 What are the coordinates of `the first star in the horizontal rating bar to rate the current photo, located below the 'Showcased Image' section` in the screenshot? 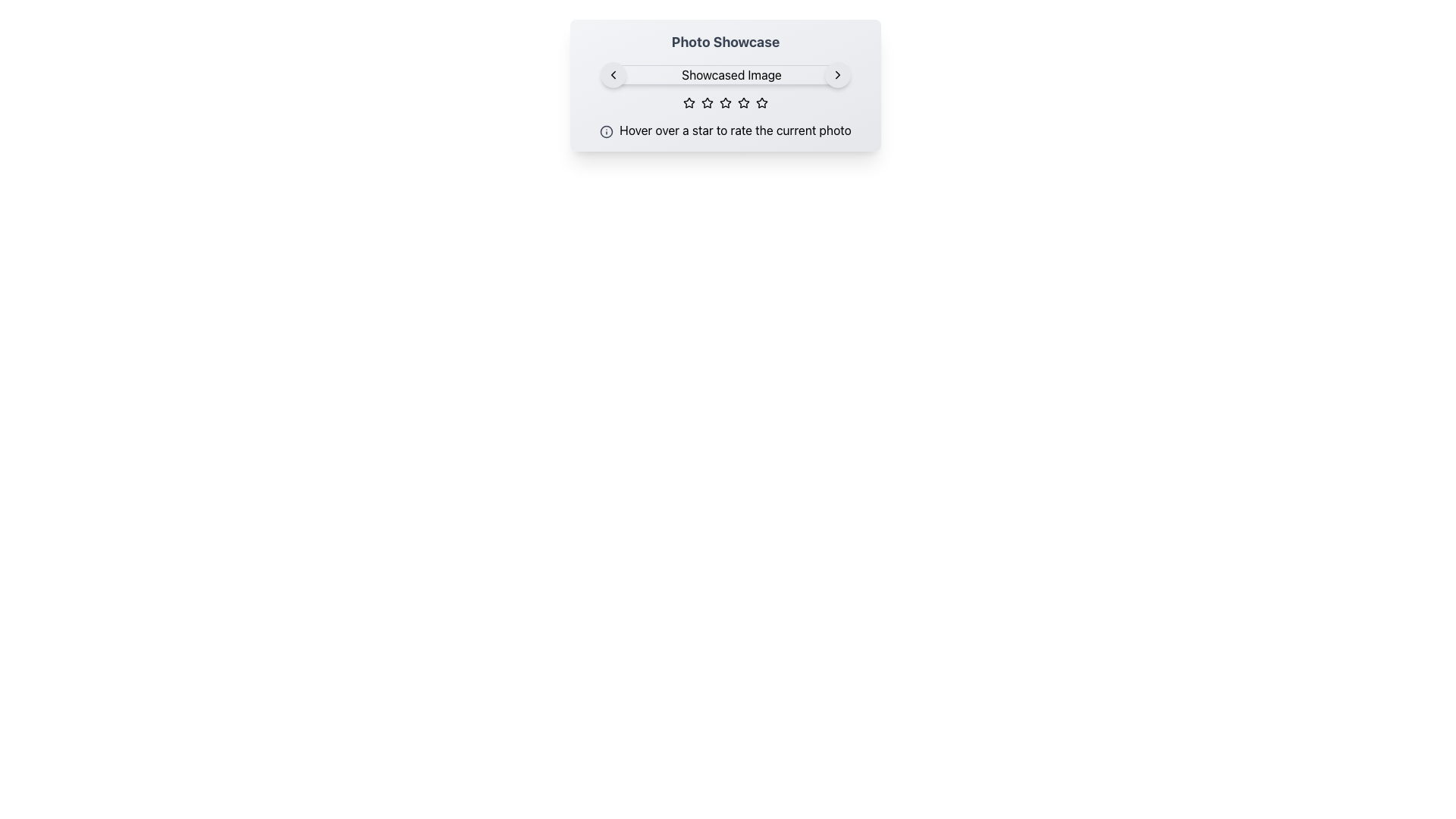 It's located at (688, 102).